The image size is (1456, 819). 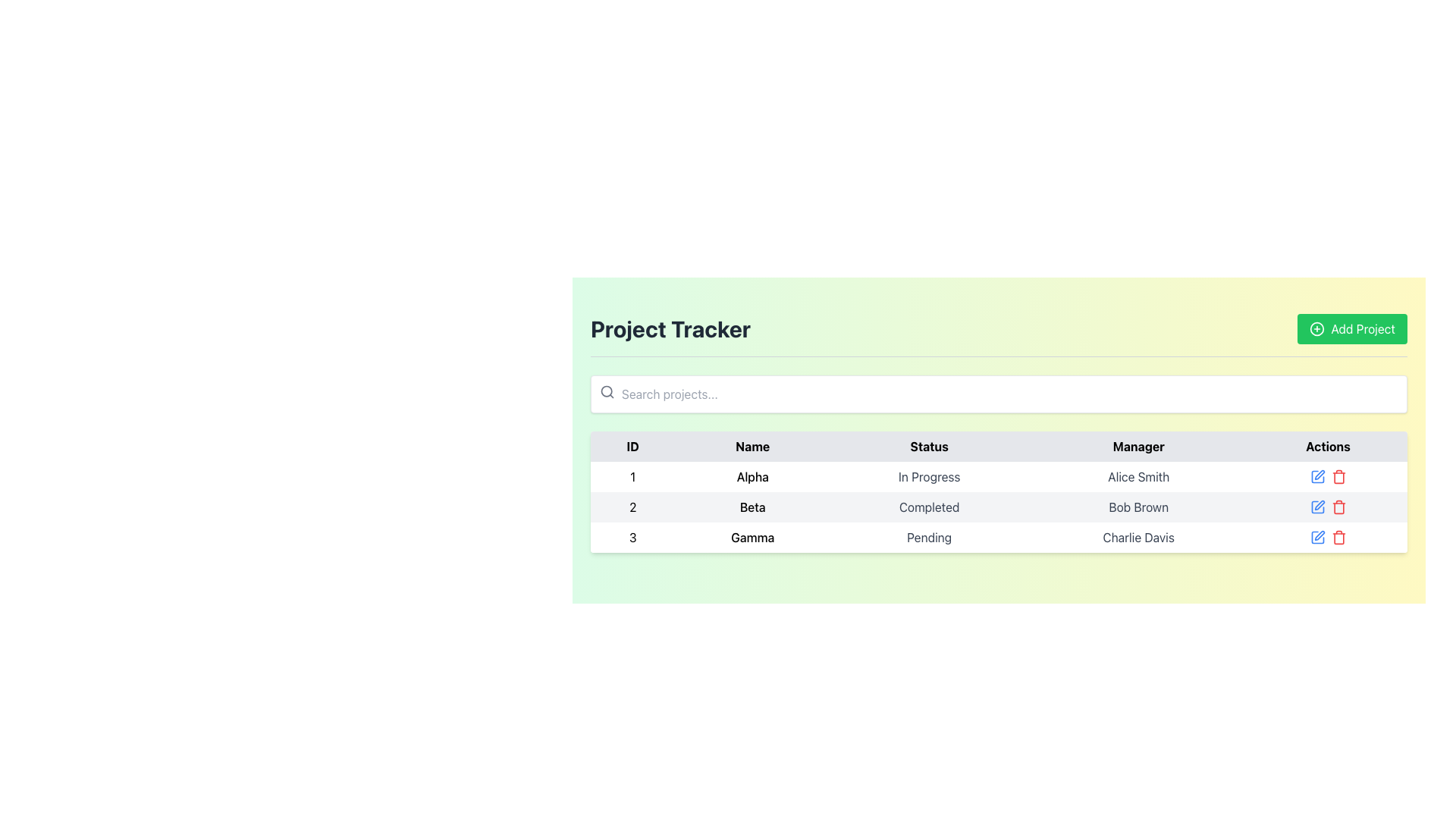 What do you see at coordinates (1338, 537) in the screenshot?
I see `the delete button in the 'Actions' column of the table associated with the 'Gamma' project managed by Charlie Davis` at bounding box center [1338, 537].